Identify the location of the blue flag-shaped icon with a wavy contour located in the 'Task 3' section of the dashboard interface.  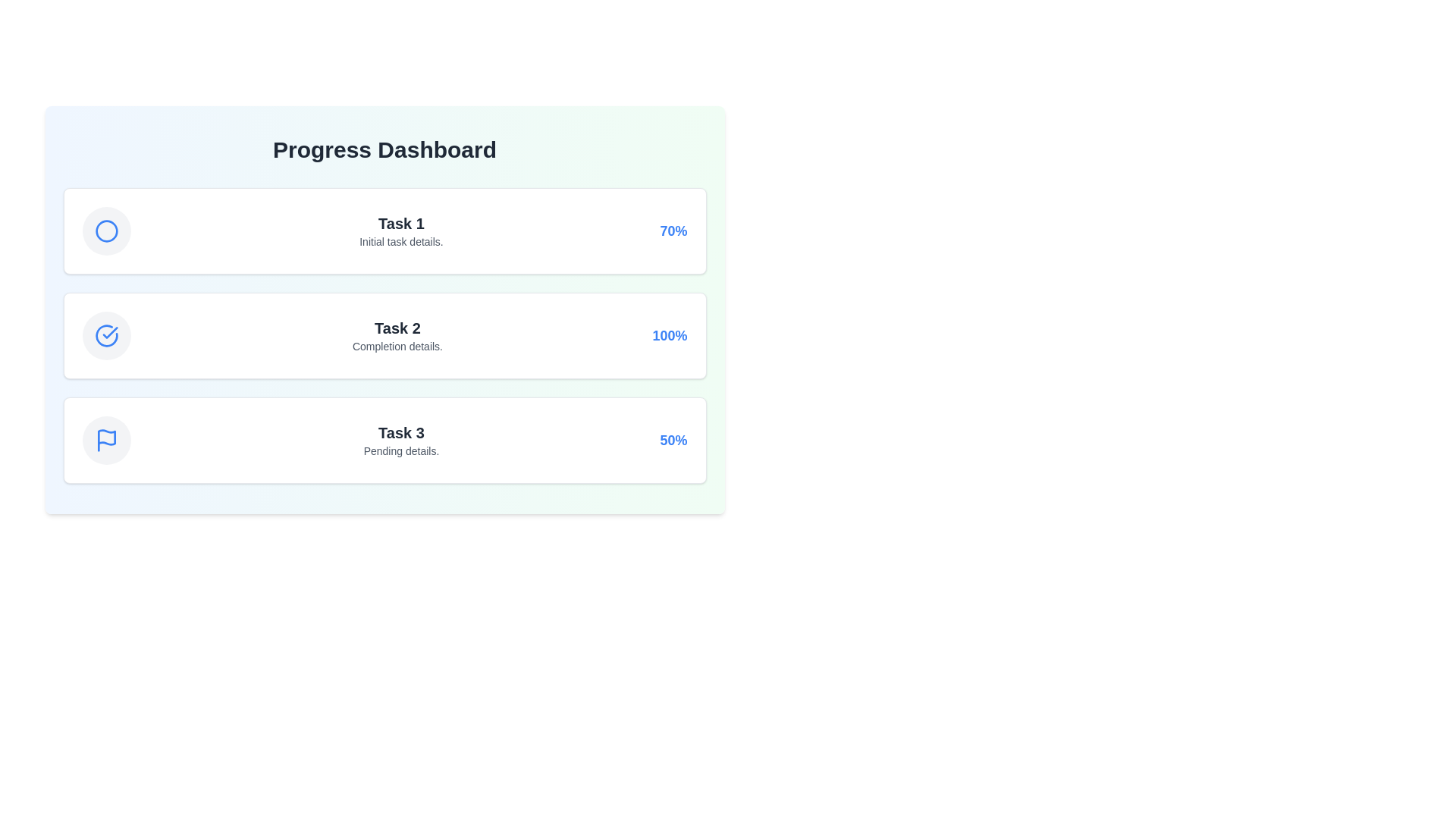
(105, 438).